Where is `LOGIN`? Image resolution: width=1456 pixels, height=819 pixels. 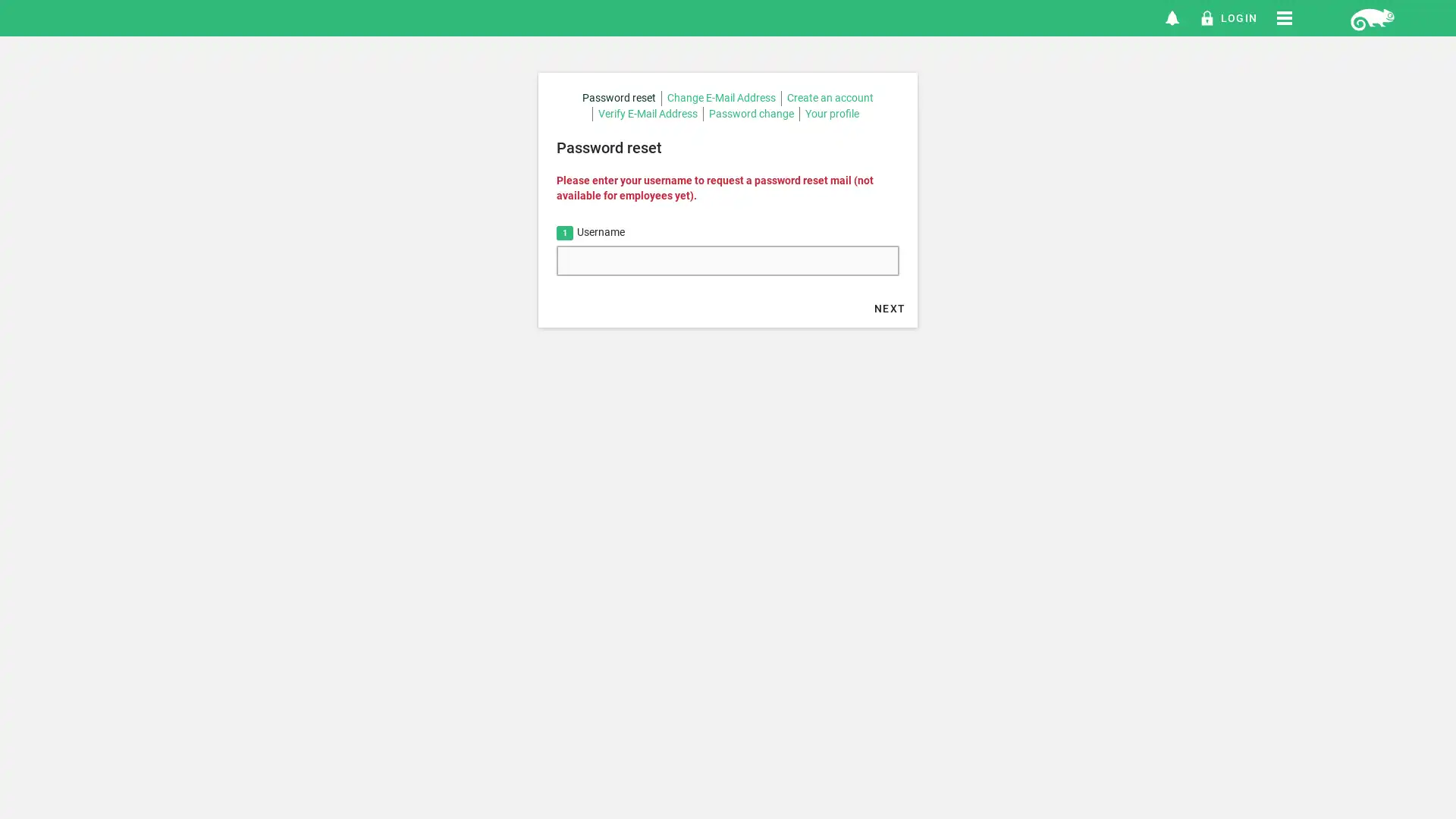 LOGIN is located at coordinates (1228, 17).